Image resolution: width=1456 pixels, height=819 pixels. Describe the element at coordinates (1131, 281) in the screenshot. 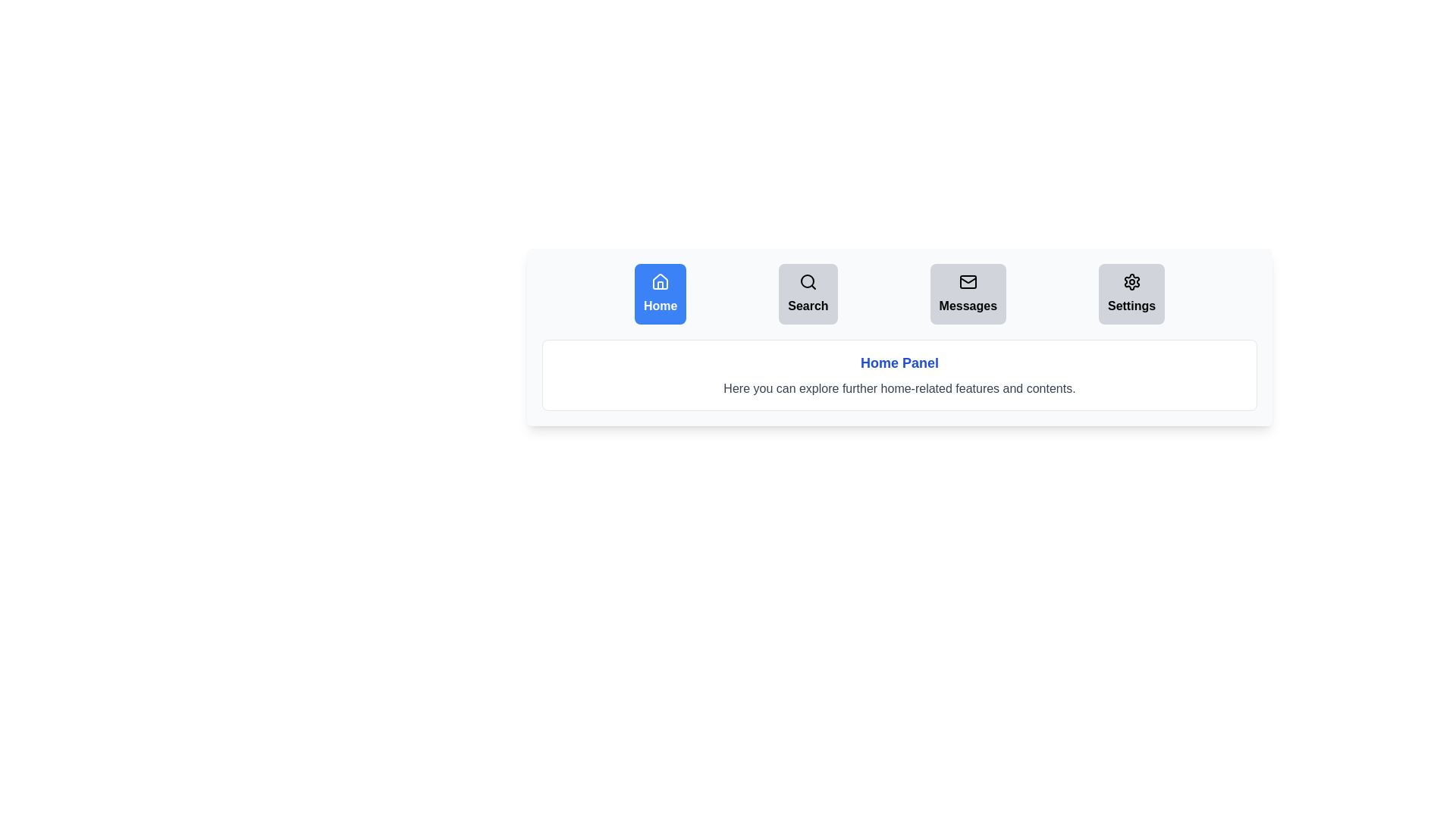

I see `the 'Settings' icon located at the top right of the visible panel, which serves as a visual representation for accessing application settings` at that location.